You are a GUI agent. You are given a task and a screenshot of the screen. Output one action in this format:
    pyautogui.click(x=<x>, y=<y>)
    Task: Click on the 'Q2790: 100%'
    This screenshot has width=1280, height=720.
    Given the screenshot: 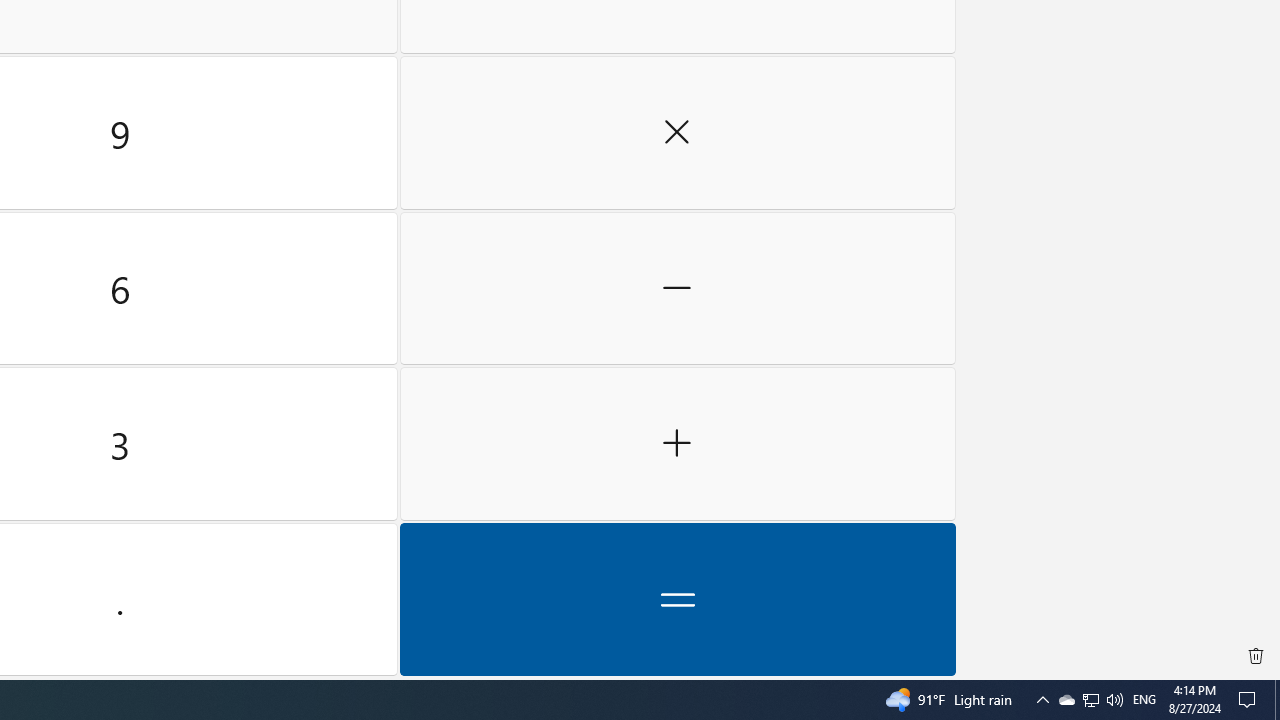 What is the action you would take?
    pyautogui.click(x=1113, y=698)
    